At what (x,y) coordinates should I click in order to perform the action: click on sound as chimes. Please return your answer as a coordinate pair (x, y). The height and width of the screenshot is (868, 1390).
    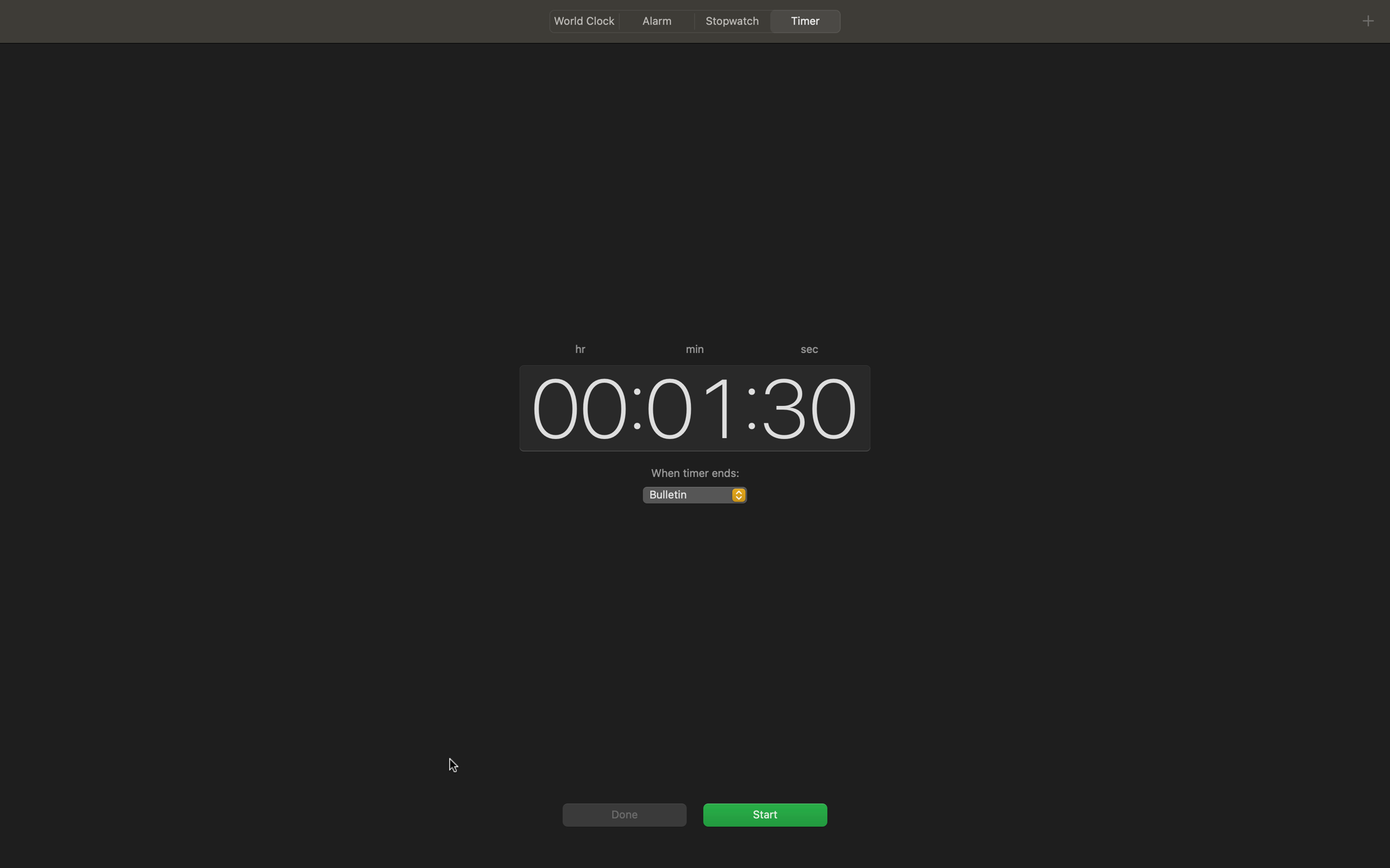
    Looking at the image, I should click on (693, 494).